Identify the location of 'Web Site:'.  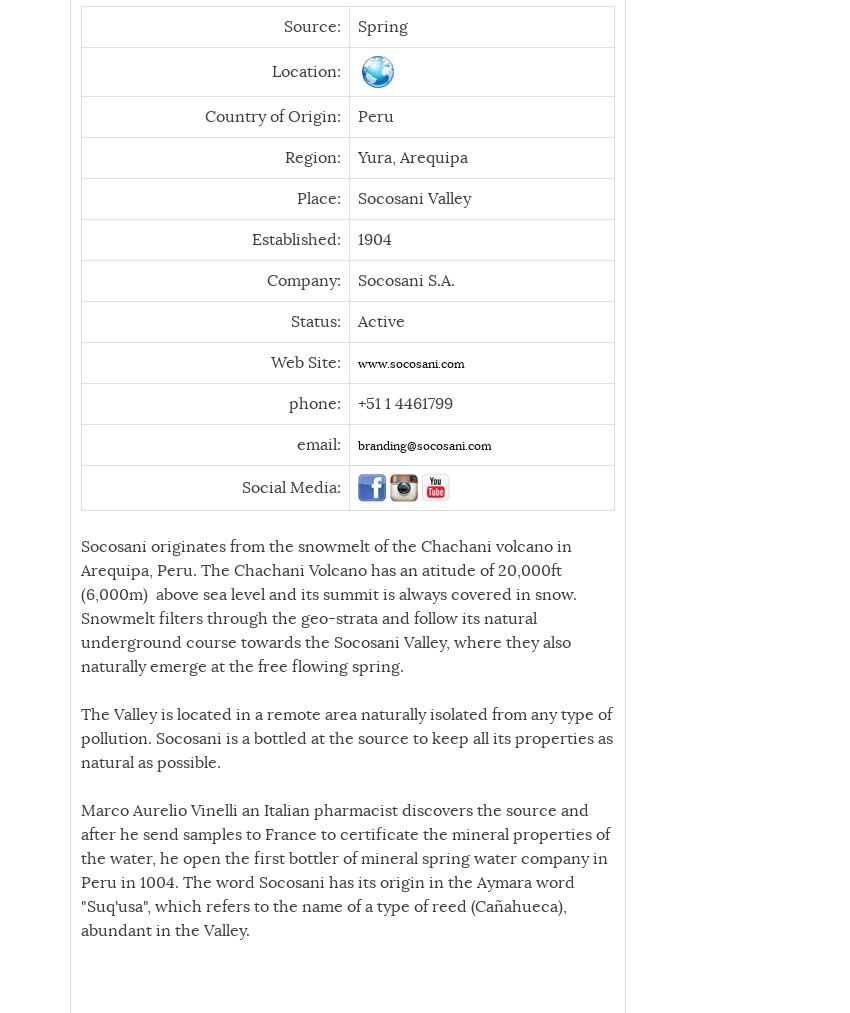
(268, 362).